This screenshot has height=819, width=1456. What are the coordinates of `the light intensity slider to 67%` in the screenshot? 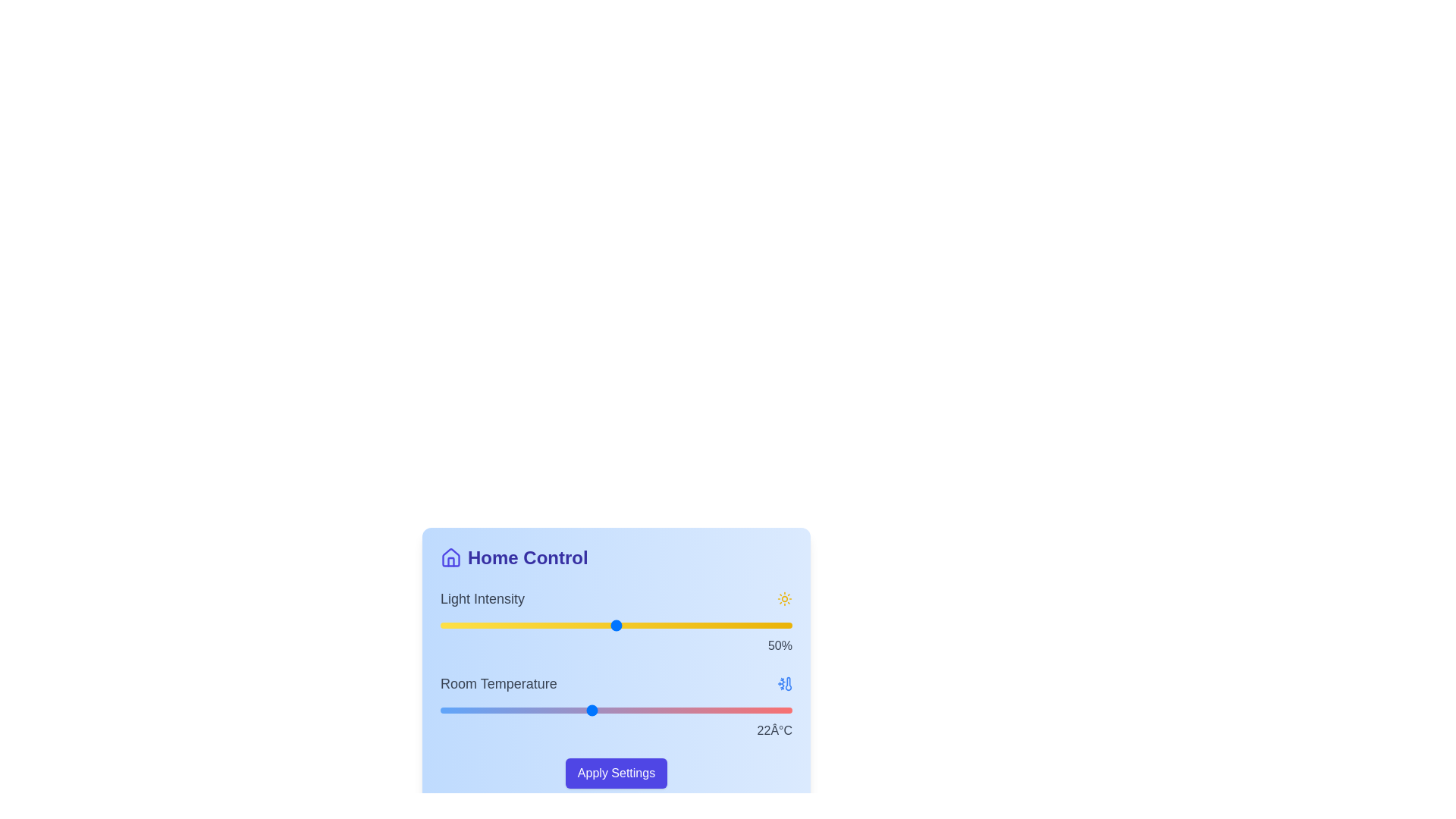 It's located at (675, 626).